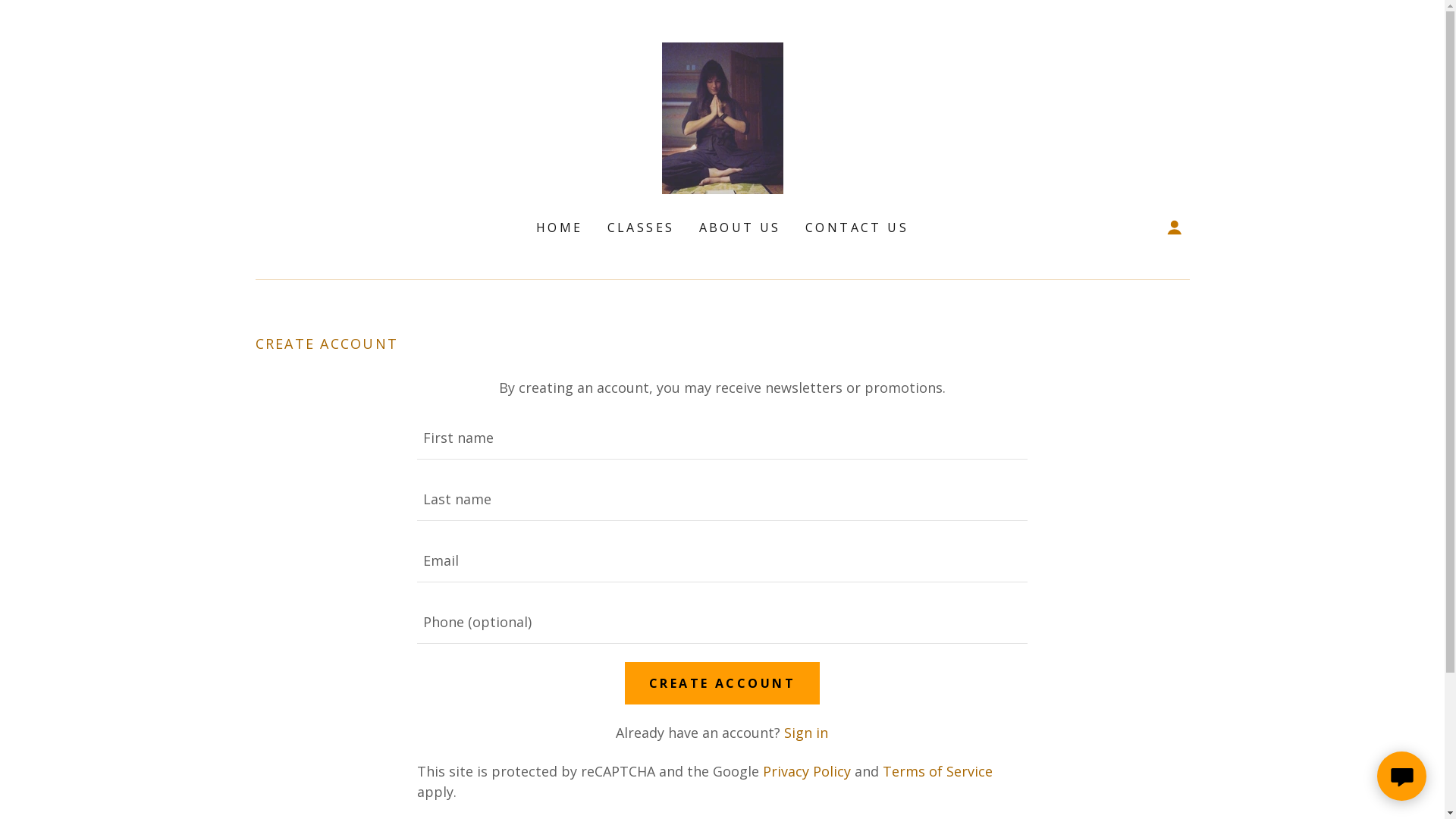  What do you see at coordinates (739, 227) in the screenshot?
I see `'ABOUT US'` at bounding box center [739, 227].